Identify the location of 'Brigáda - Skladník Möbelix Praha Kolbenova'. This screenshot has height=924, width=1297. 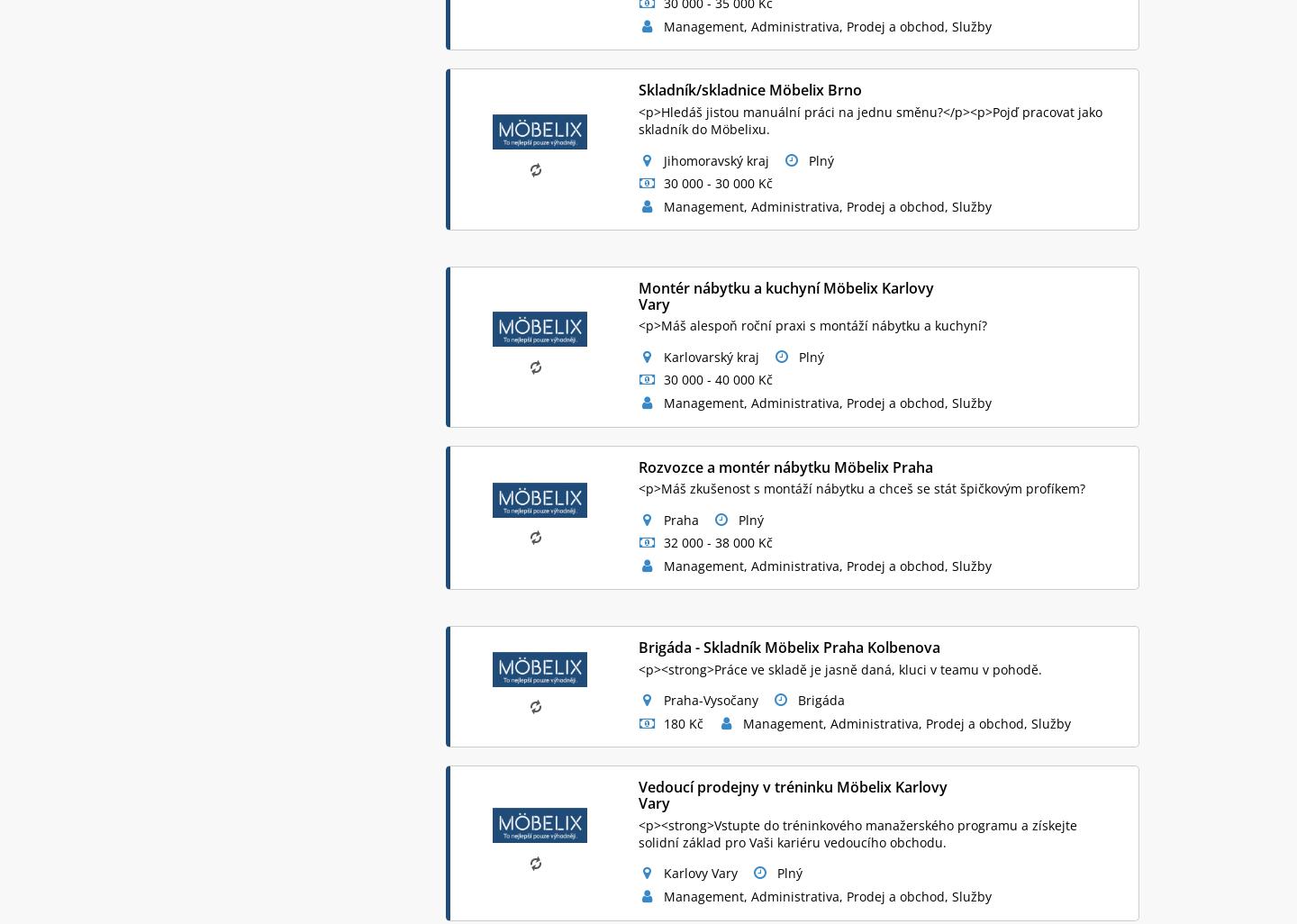
(638, 648).